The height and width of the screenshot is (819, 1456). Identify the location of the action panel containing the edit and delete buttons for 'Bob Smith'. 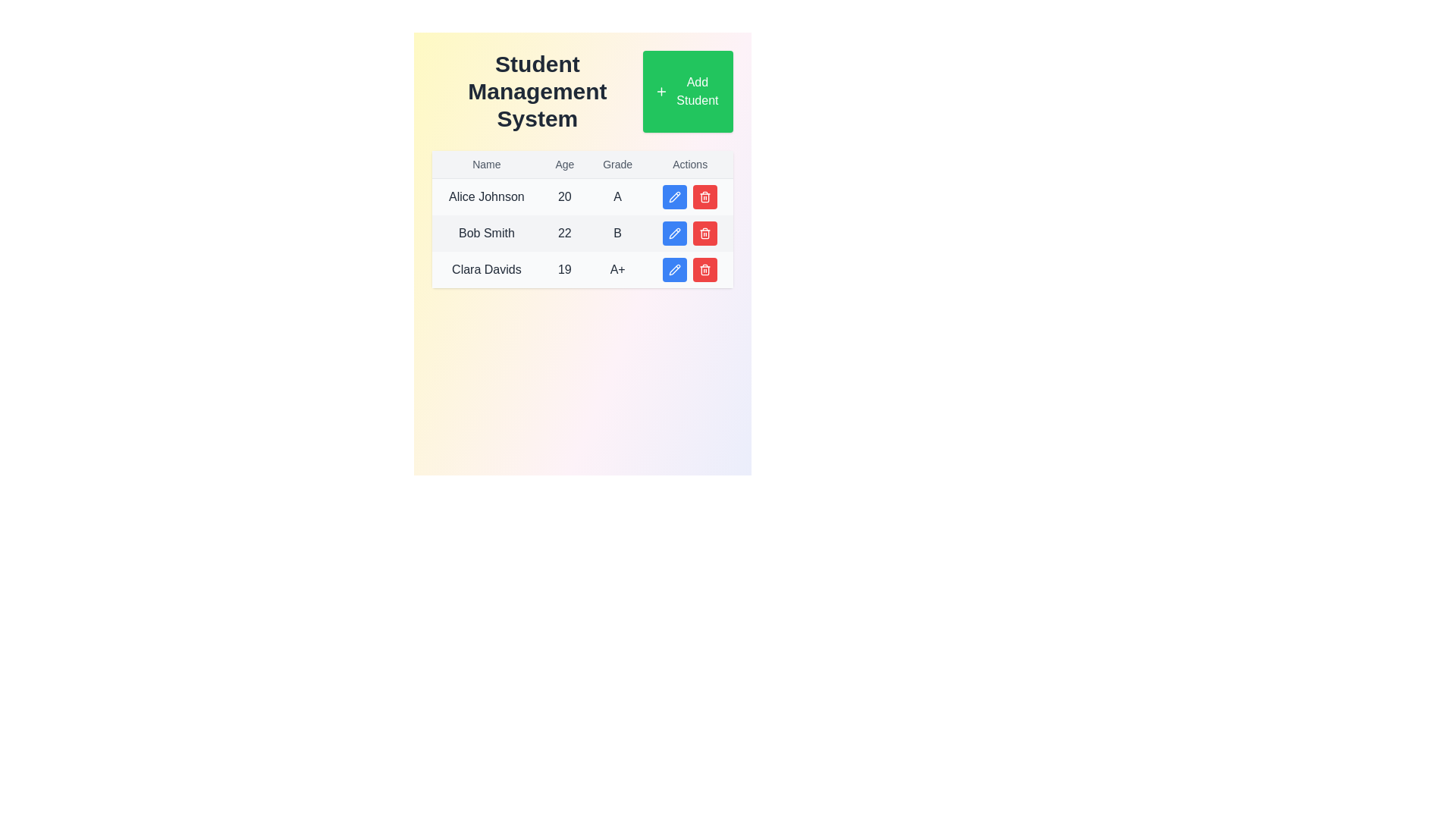
(689, 234).